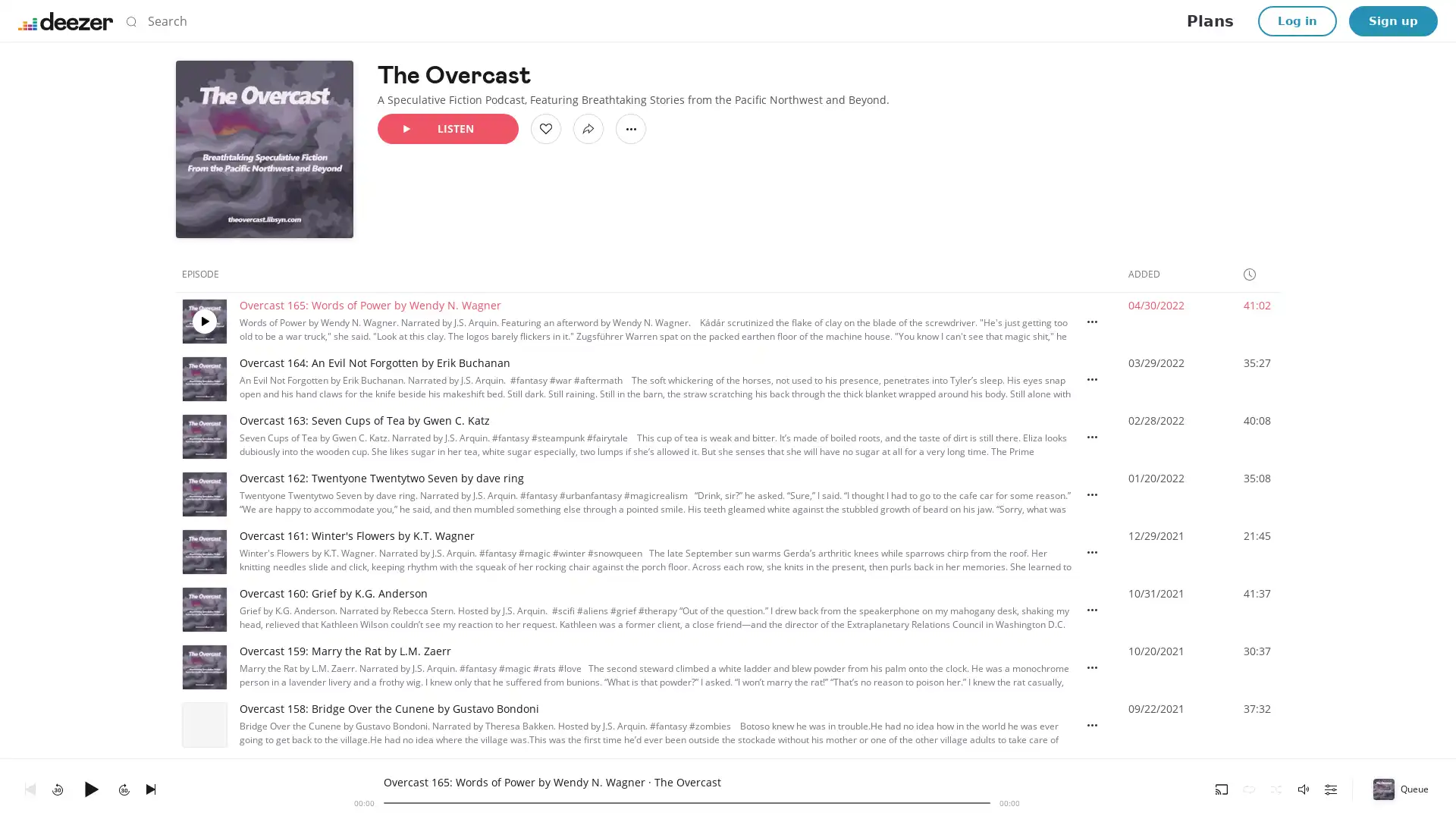 Image resolution: width=1456 pixels, height=819 pixels. I want to click on Play Overcast 165: Words of Power by Wendy N. Wagner by The Overcast, so click(203, 321).